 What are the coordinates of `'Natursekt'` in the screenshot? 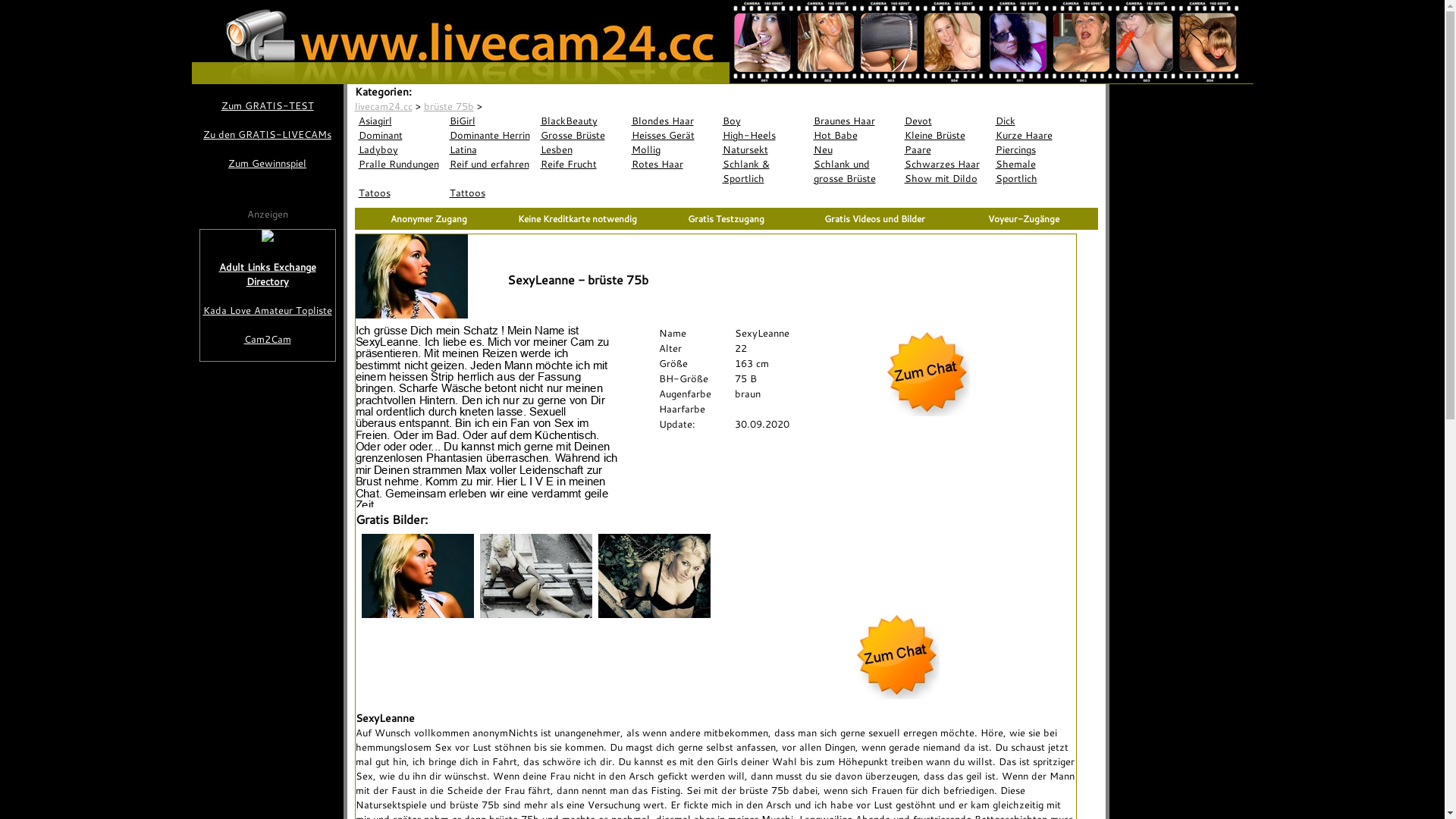 It's located at (764, 149).